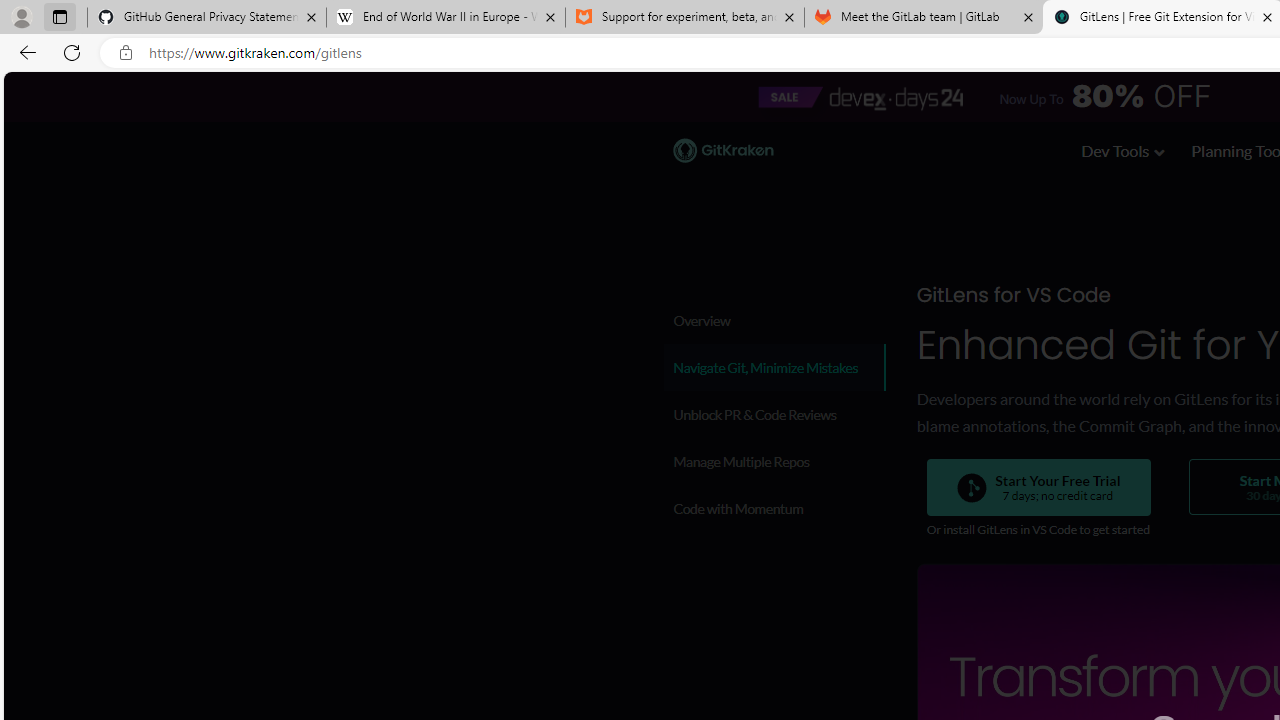  Describe the element at coordinates (773, 367) in the screenshot. I see `'Navigate Git, Minimize Mistakes'` at that location.